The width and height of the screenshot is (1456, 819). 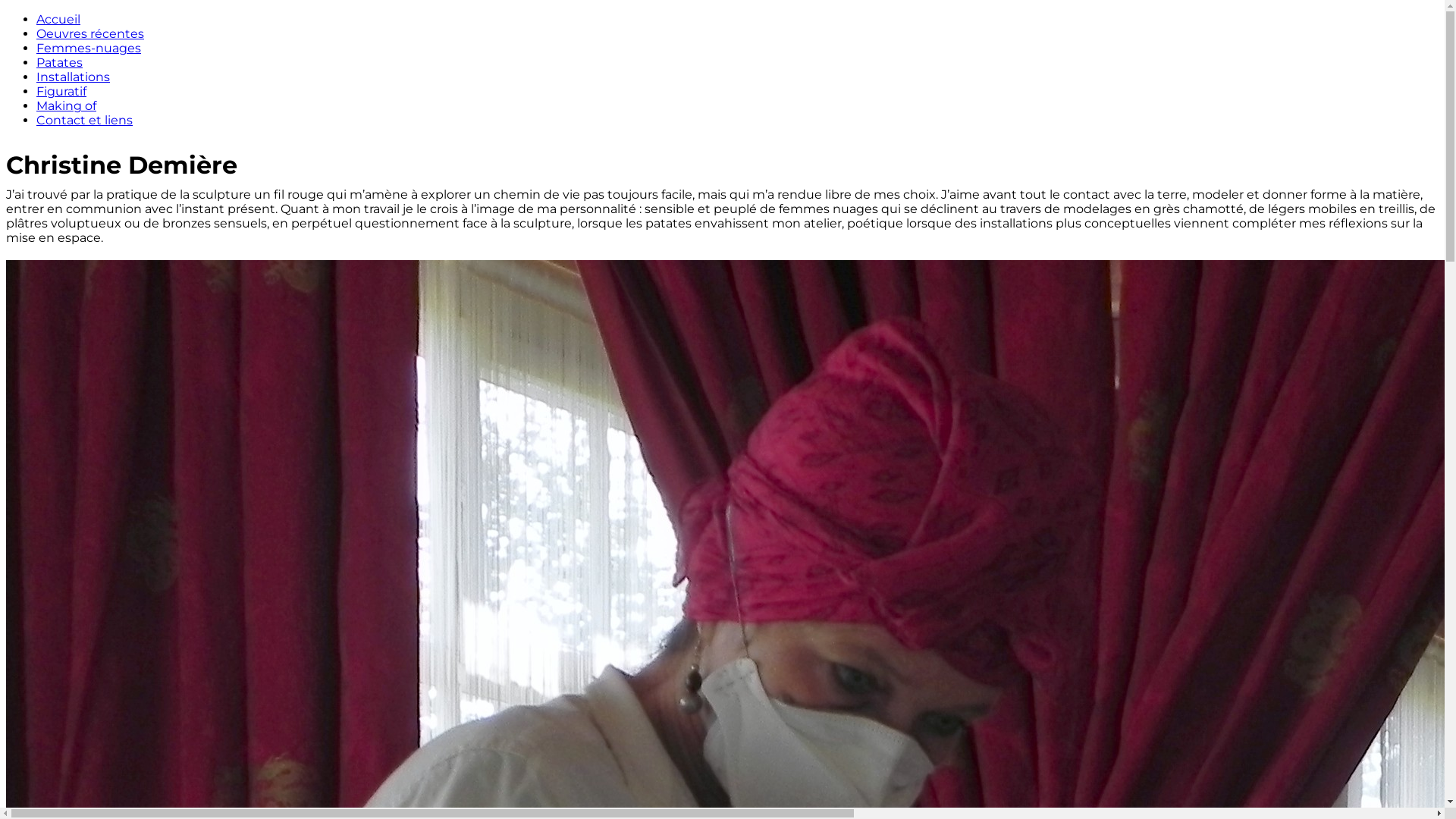 What do you see at coordinates (58, 19) in the screenshot?
I see `'Accueil'` at bounding box center [58, 19].